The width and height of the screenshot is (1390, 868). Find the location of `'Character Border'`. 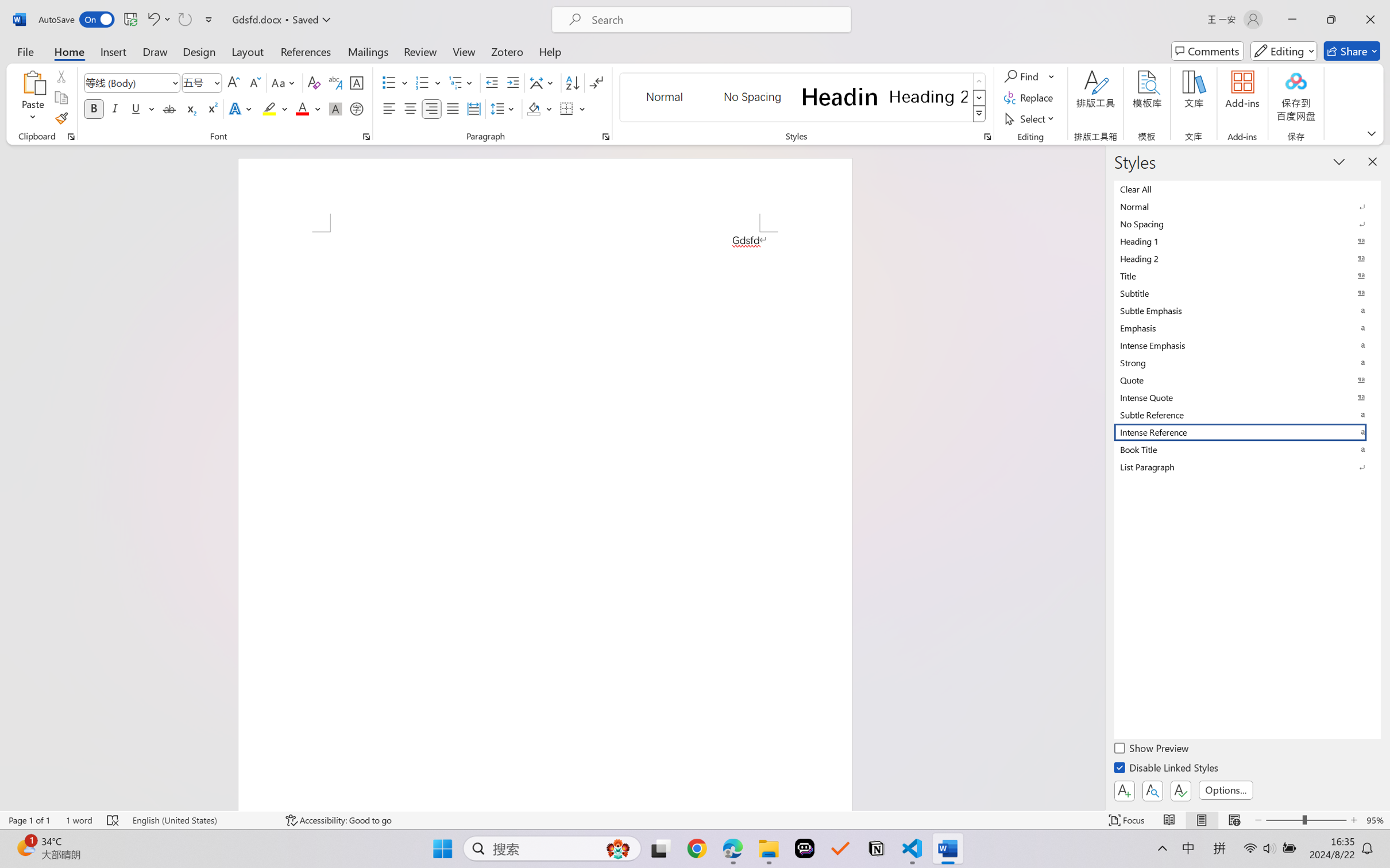

'Character Border' is located at coordinates (357, 83).